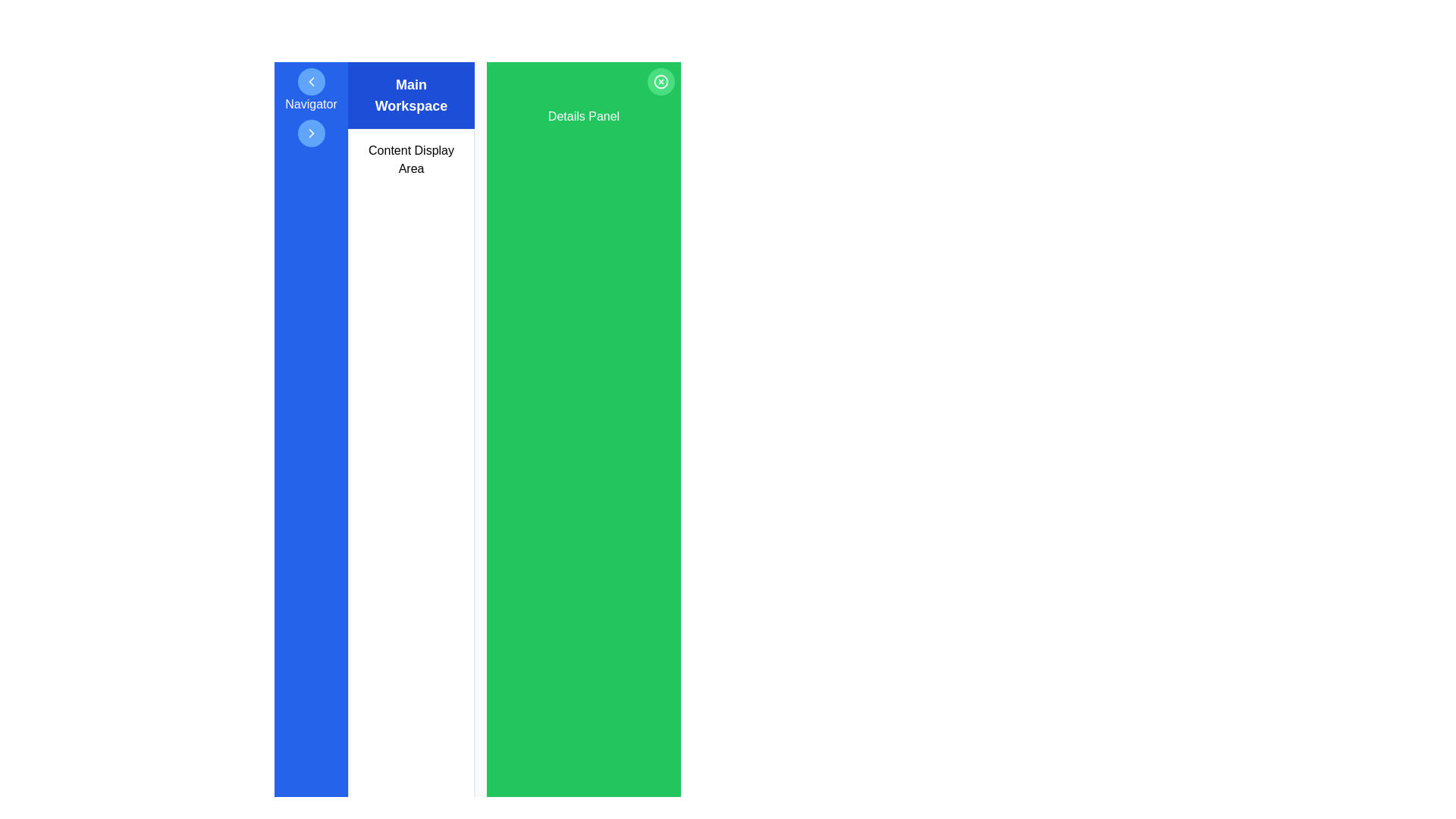 This screenshot has height=819, width=1456. Describe the element at coordinates (310, 133) in the screenshot. I see `the second button` at that location.